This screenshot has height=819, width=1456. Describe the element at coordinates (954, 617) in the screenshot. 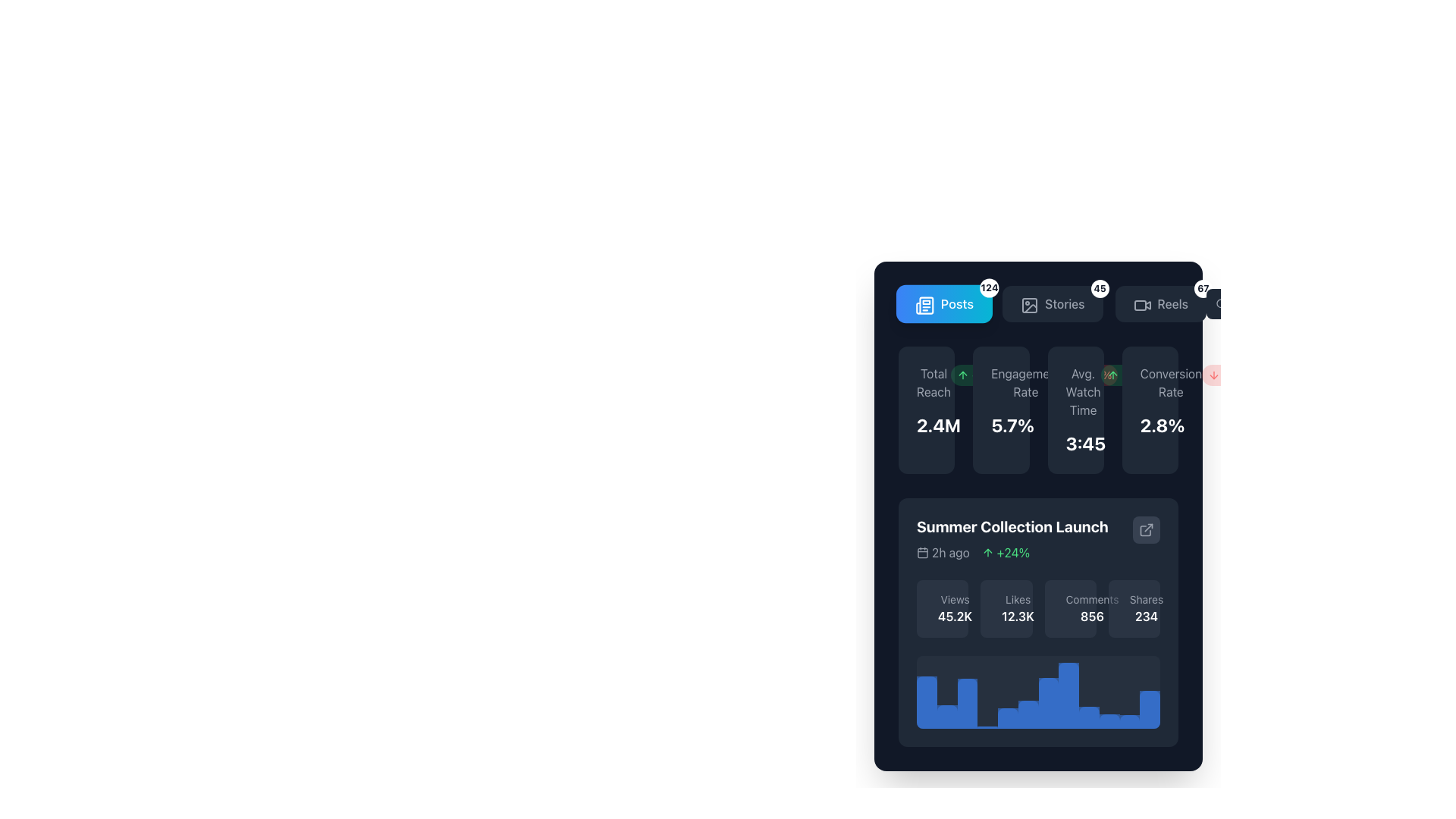

I see `the '45.2K' views text label in the 'Views' subsection of the 'Summer Collection Launch' section` at that location.